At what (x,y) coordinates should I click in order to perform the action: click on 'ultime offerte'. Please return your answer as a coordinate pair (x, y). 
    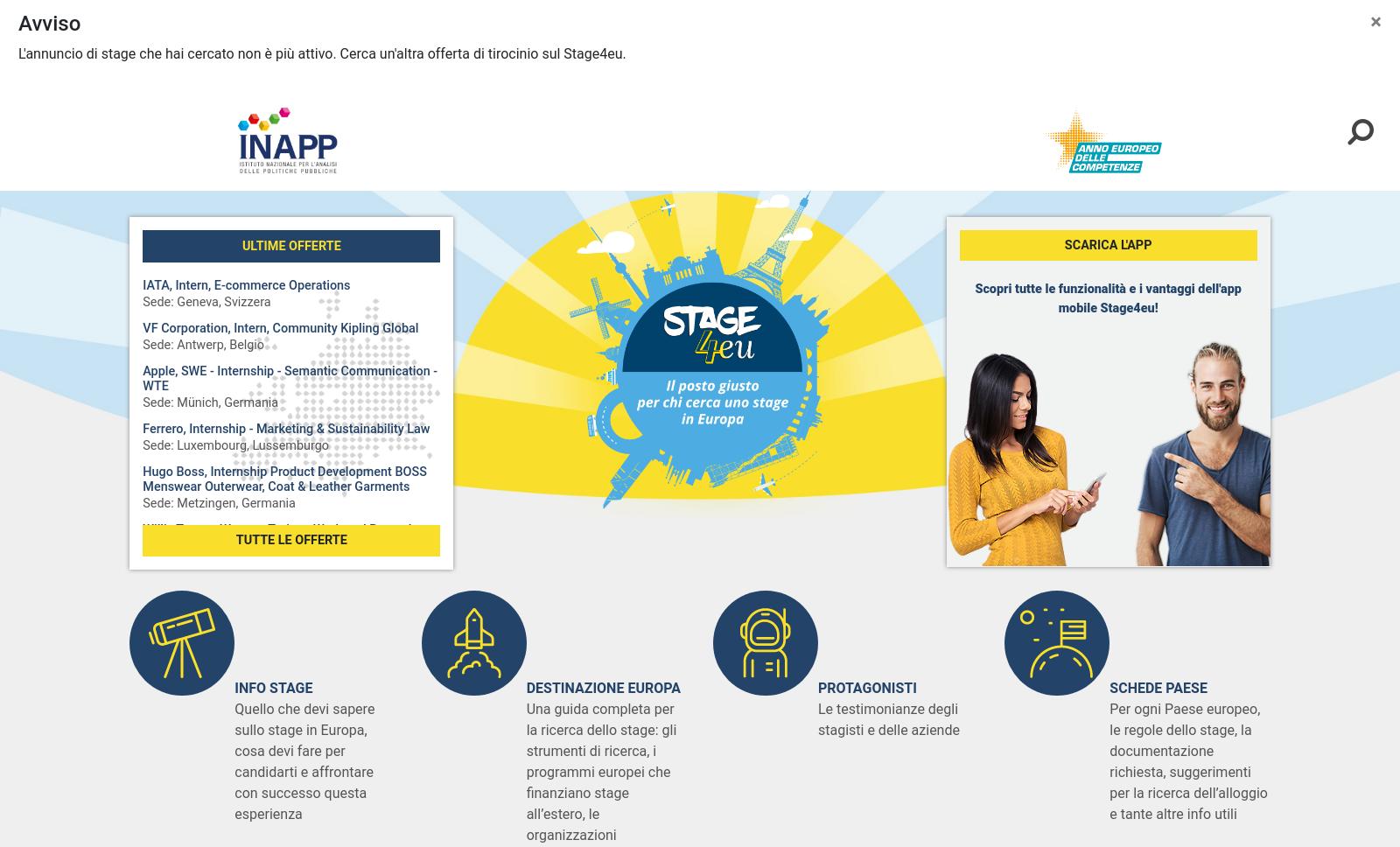
    Looking at the image, I should click on (290, 245).